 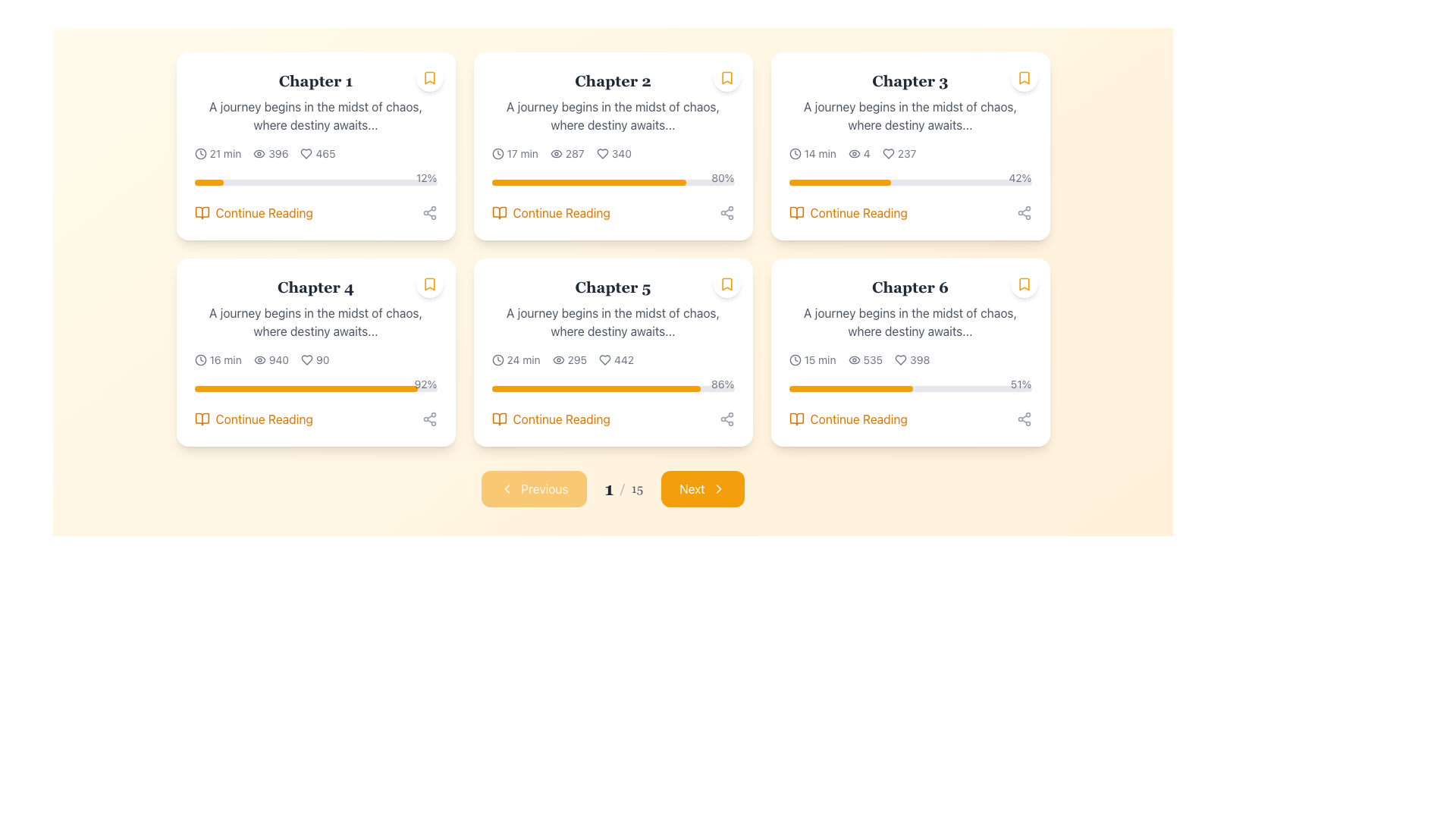 What do you see at coordinates (428, 78) in the screenshot?
I see `the bookmarking icon located in the top-right corner of the 'Chapter 1' card` at bounding box center [428, 78].